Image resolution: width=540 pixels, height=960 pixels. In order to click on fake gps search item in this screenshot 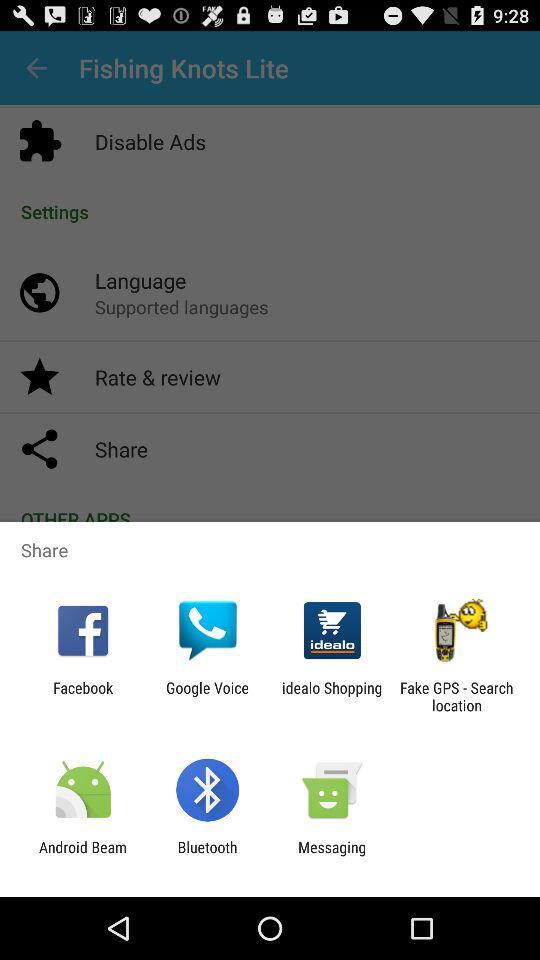, I will do `click(456, 696)`.